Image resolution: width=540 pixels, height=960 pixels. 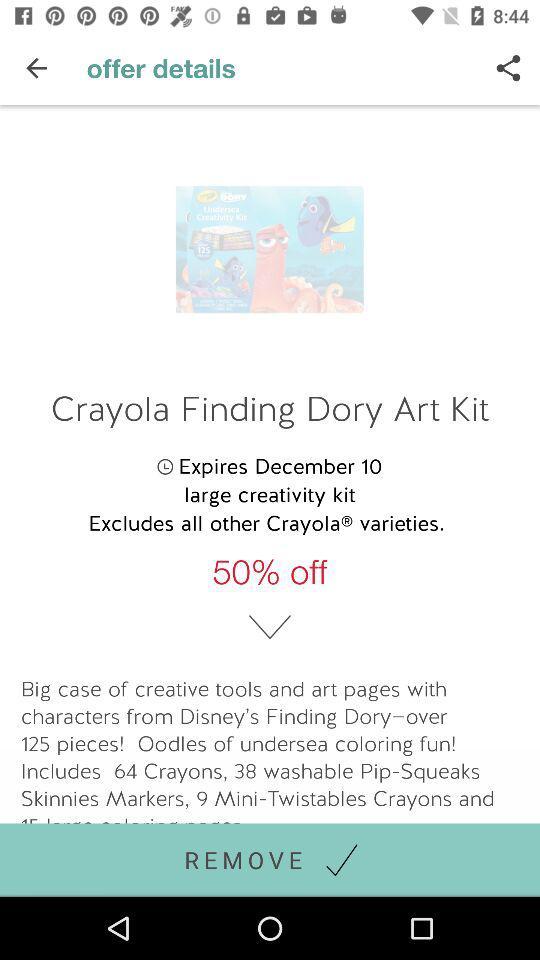 What do you see at coordinates (36, 68) in the screenshot?
I see `the icon next to the offer details icon` at bounding box center [36, 68].